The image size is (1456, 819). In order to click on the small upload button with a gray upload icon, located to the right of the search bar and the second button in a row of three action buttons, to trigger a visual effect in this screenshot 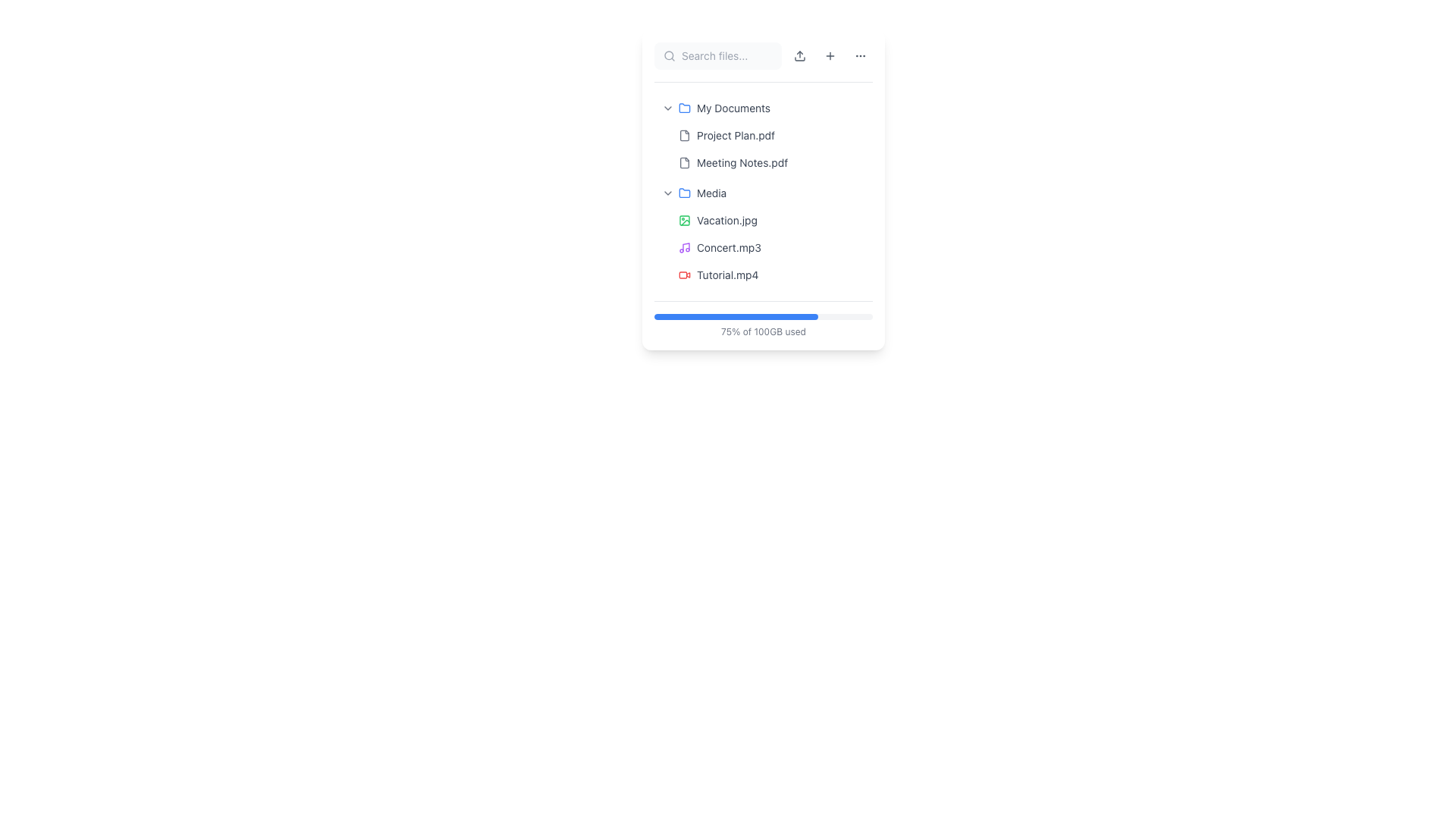, I will do `click(799, 55)`.